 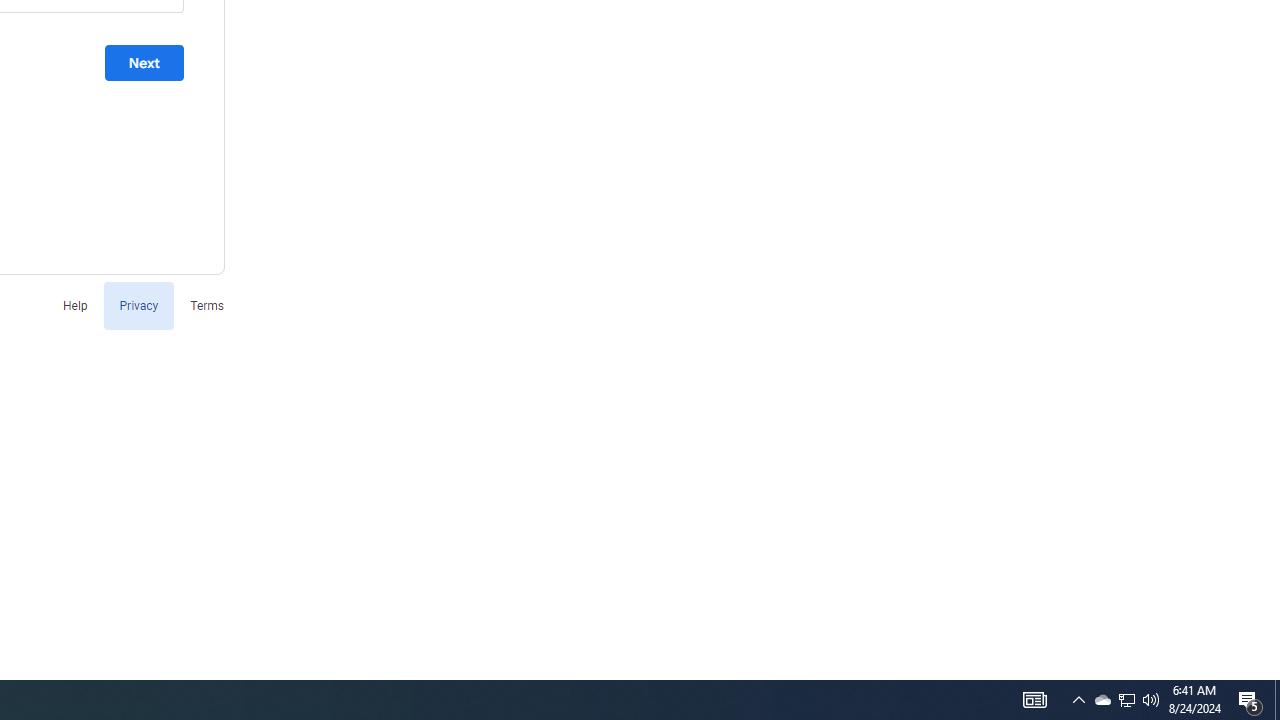 I want to click on 'Terms', so click(x=207, y=305).